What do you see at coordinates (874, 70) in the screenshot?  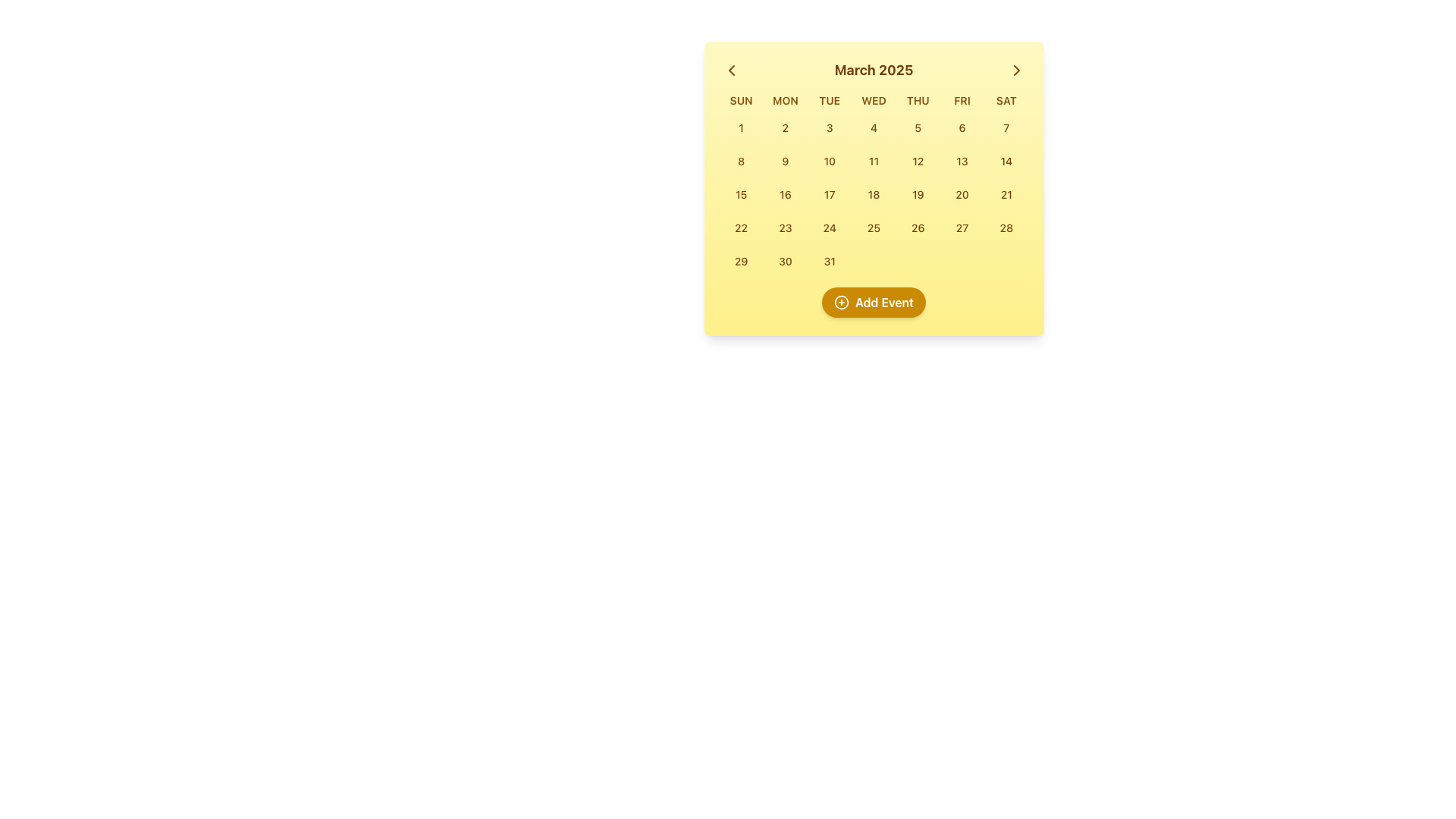 I see `the bold, large-sized text displaying 'March 2025'` at bounding box center [874, 70].